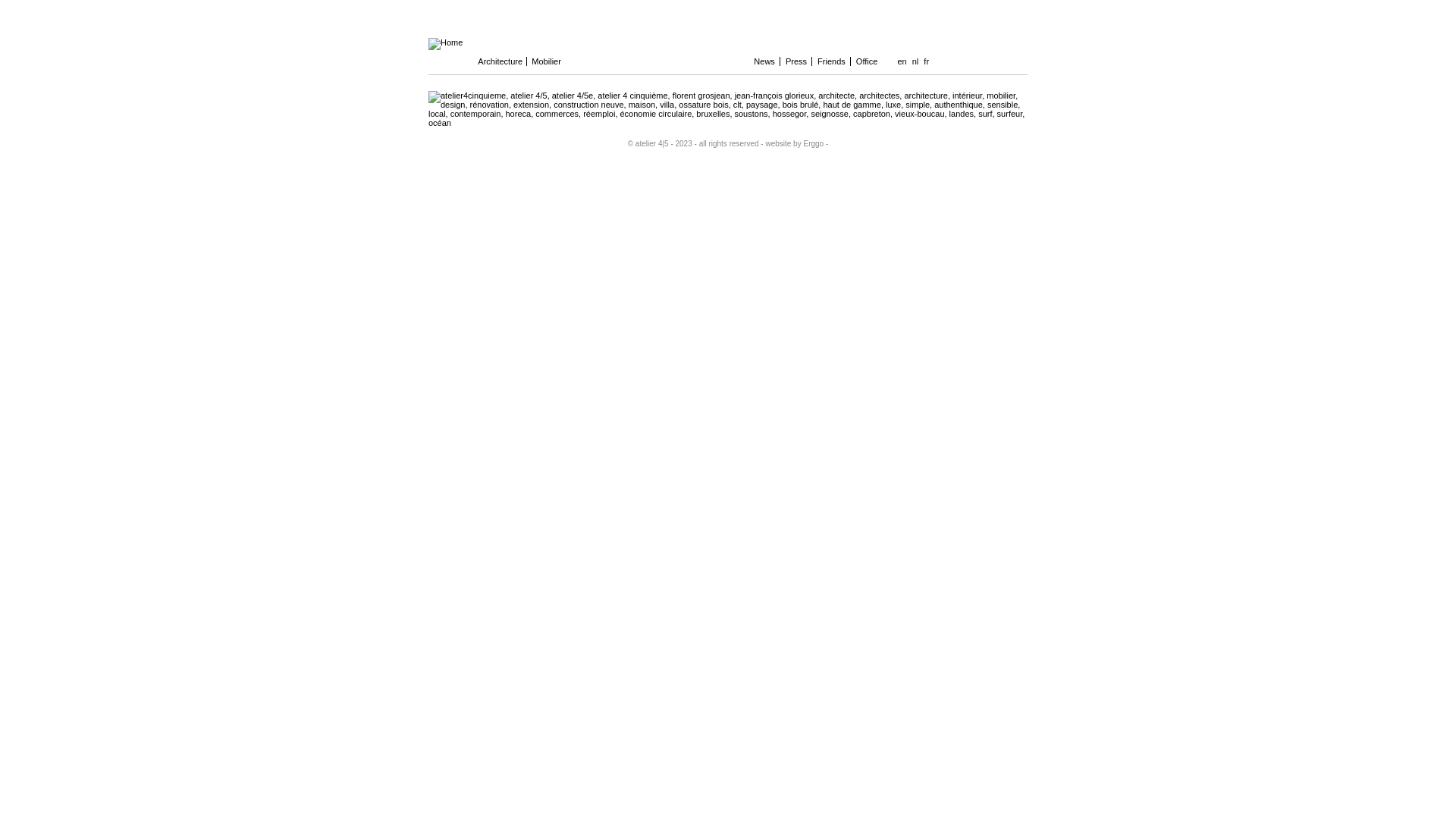  What do you see at coordinates (765, 61) in the screenshot?
I see `'News'` at bounding box center [765, 61].